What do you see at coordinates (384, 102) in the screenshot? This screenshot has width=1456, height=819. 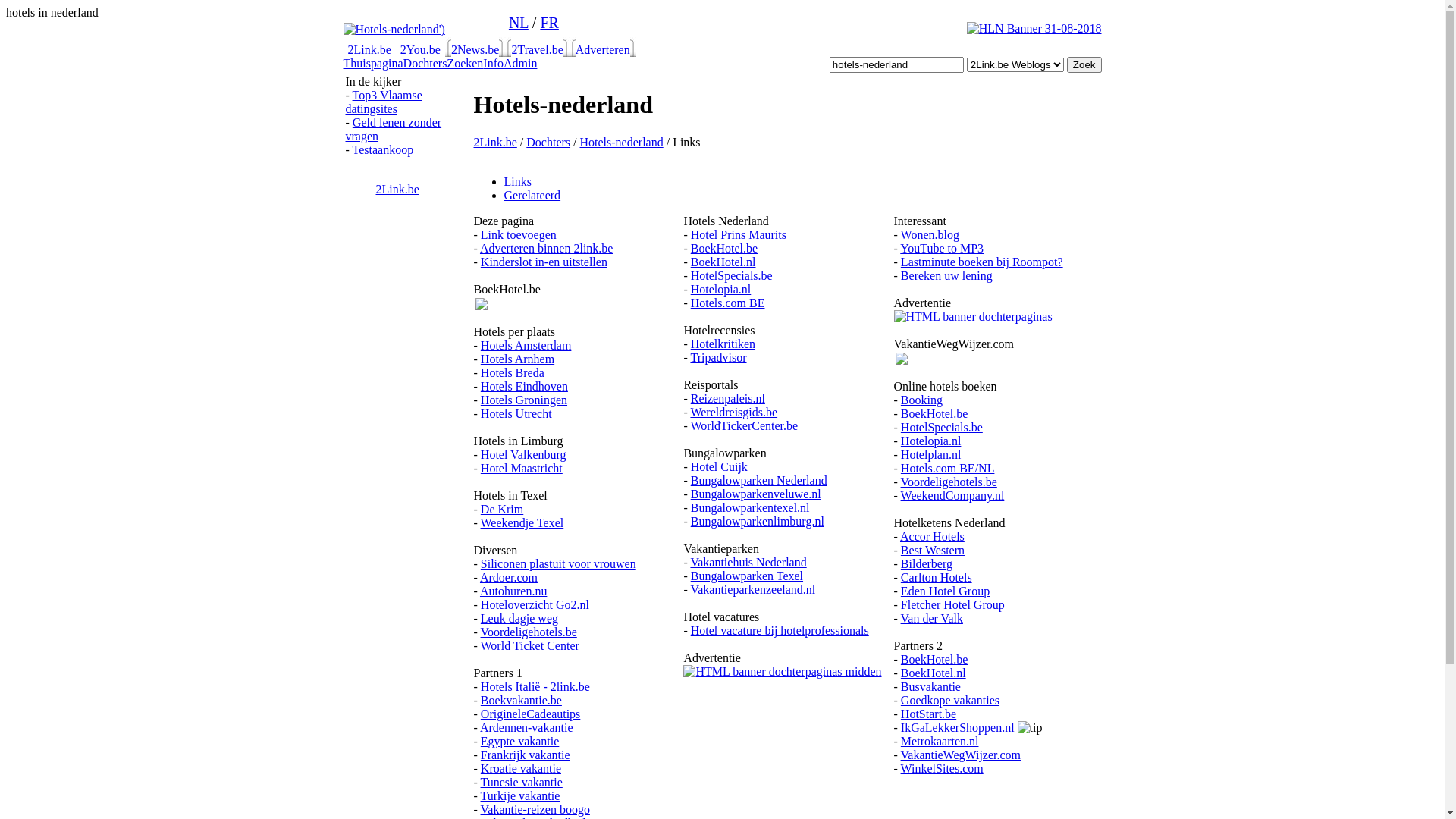 I see `'Top3 Vlaamse datingsites'` at bounding box center [384, 102].